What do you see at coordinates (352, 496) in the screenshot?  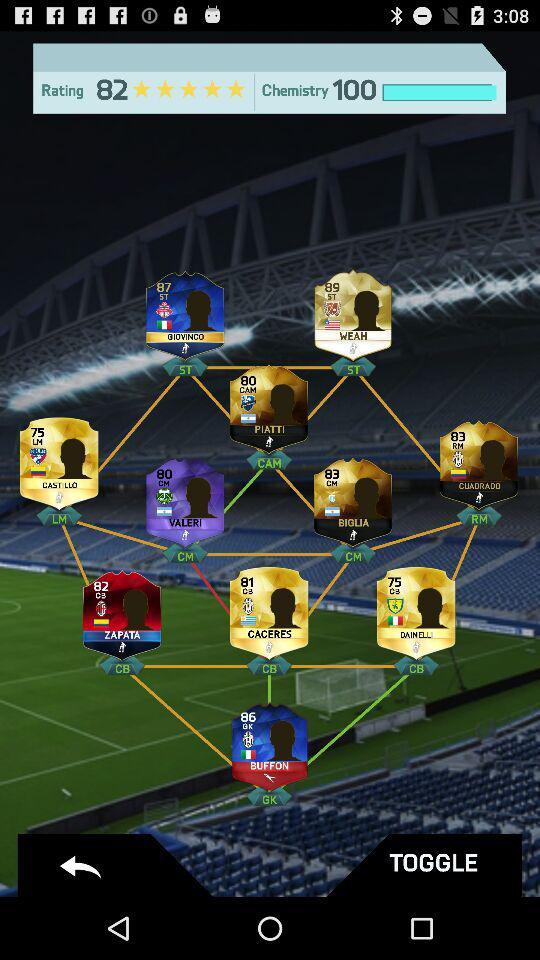 I see `player biglia` at bounding box center [352, 496].